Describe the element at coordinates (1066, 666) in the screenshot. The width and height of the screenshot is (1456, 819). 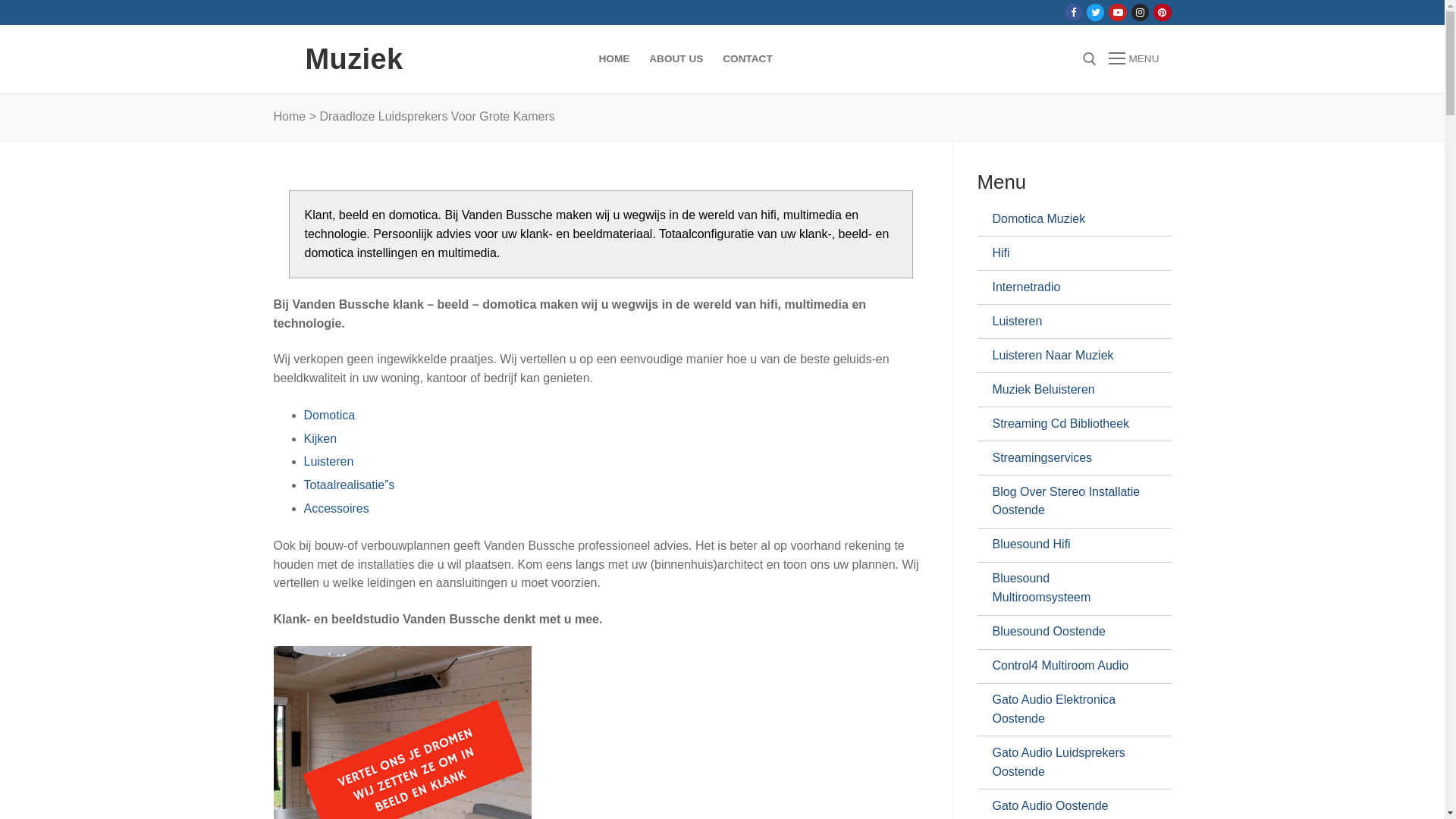
I see `'Control4 Multiroom Audio'` at that location.